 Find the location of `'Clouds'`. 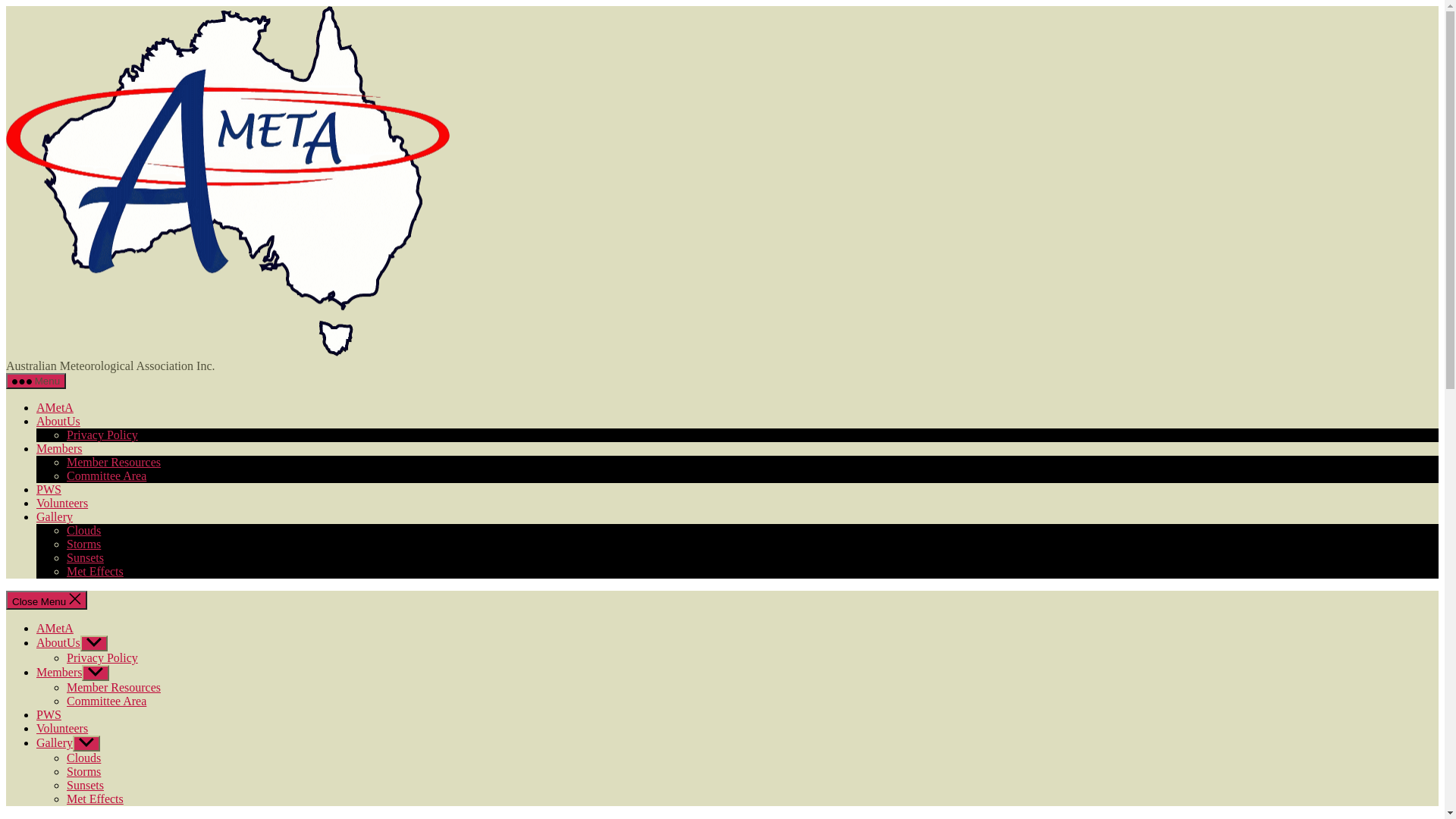

'Clouds' is located at coordinates (83, 758).